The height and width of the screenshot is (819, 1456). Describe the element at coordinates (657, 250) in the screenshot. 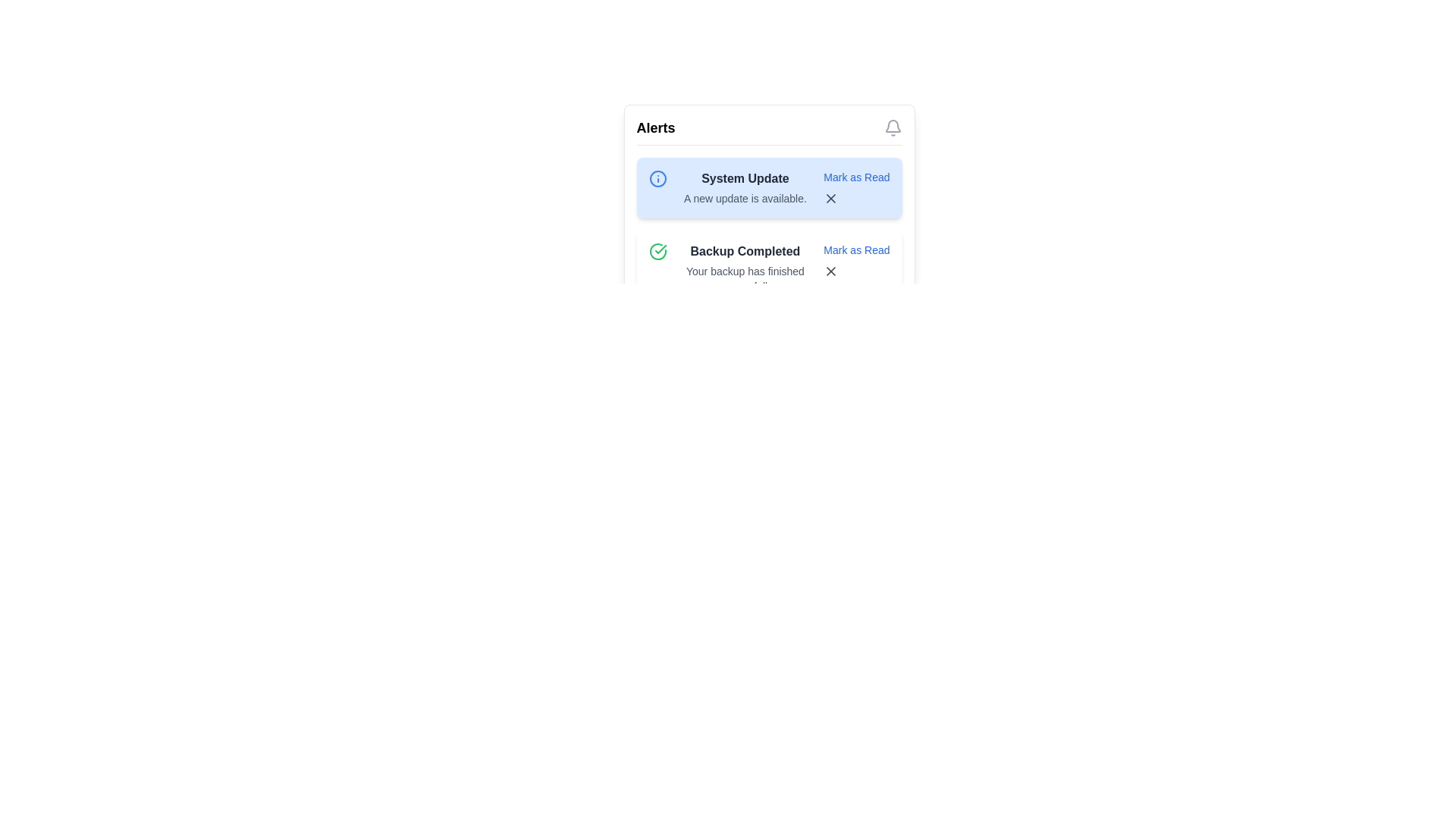

I see `the green circular icon with a check mark inside, indicating a completed or success state, located near the left margin of the 'Backup Completed' notification` at that location.